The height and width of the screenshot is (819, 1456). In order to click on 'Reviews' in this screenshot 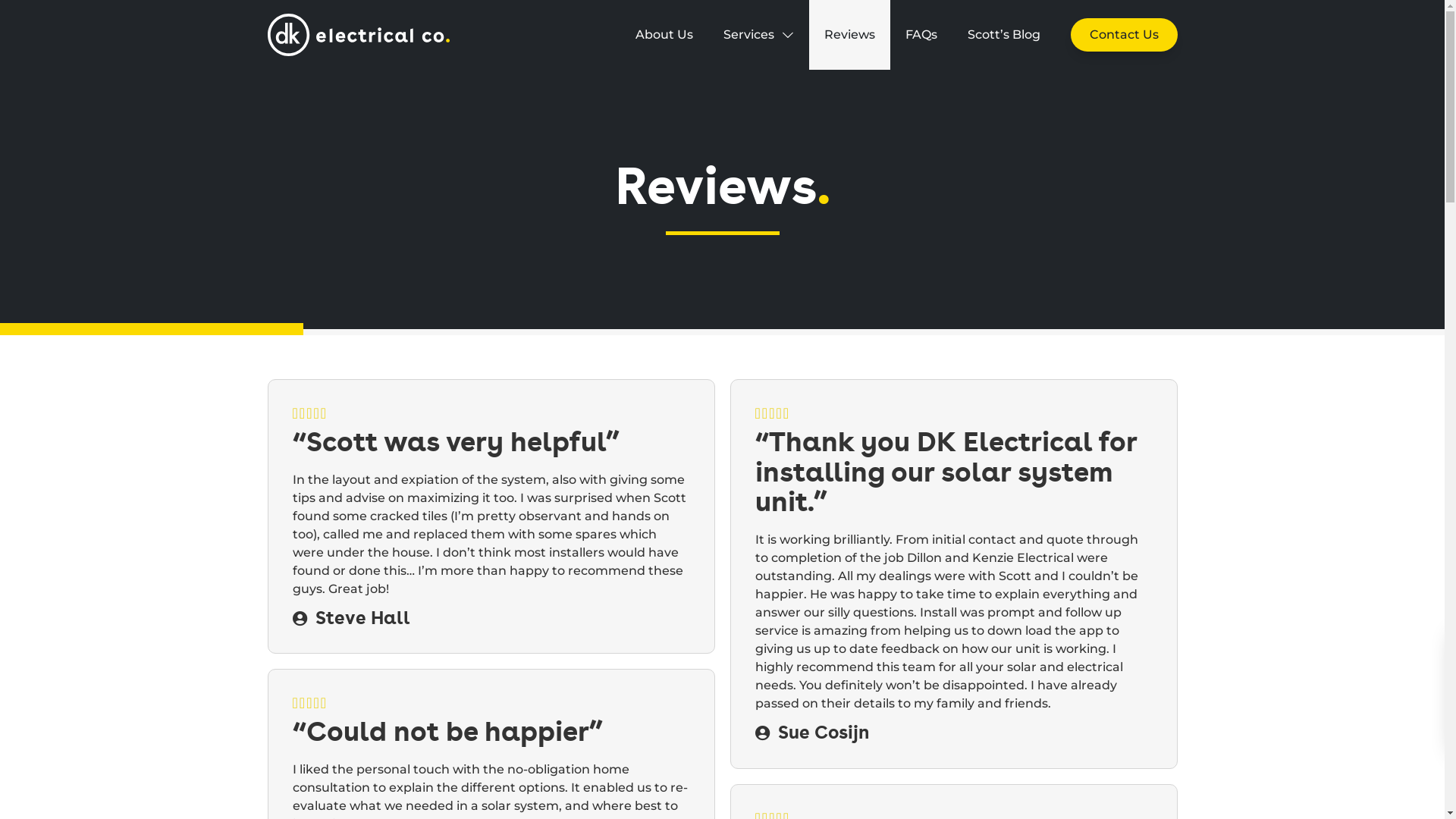, I will do `click(848, 34)`.